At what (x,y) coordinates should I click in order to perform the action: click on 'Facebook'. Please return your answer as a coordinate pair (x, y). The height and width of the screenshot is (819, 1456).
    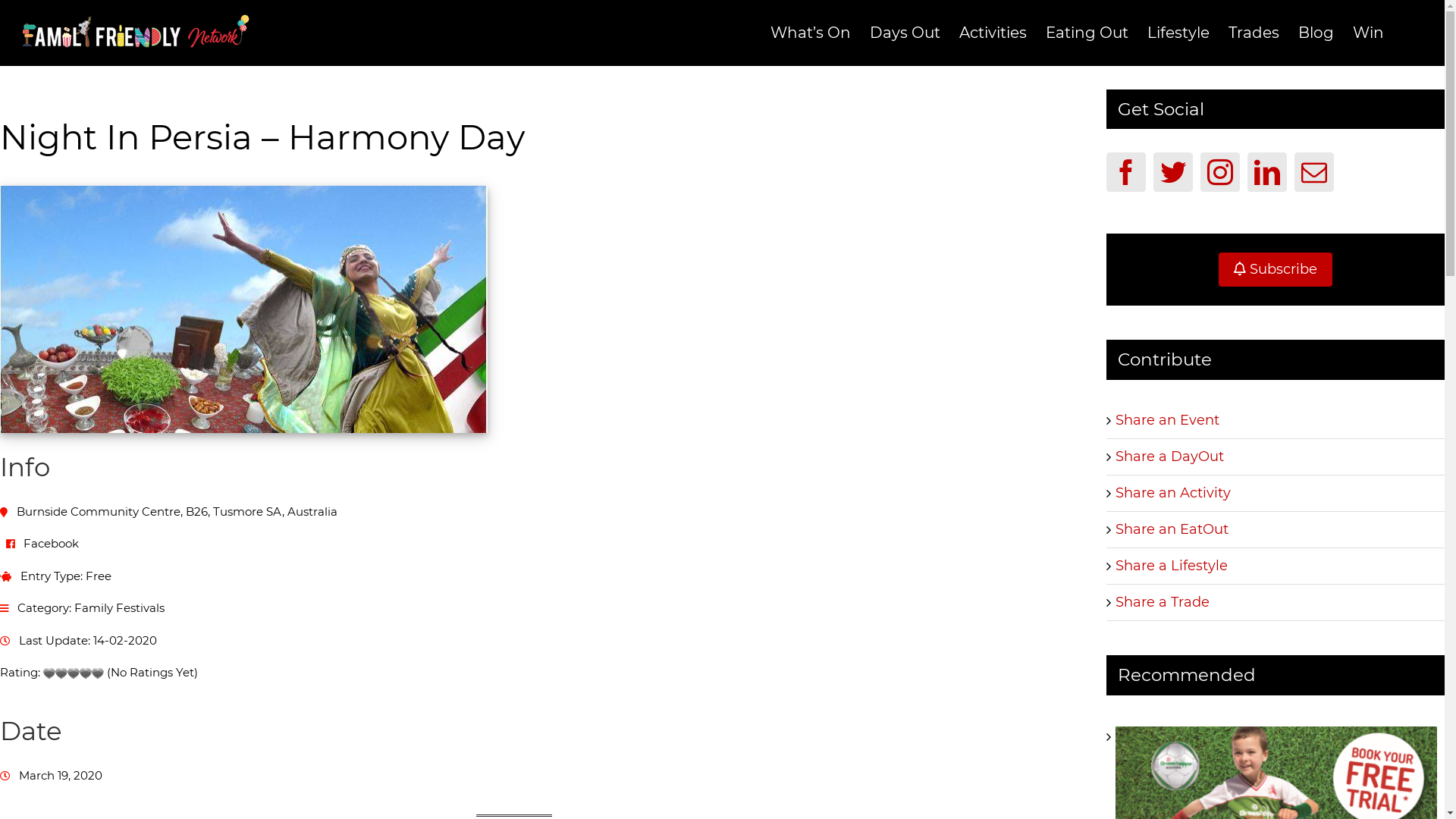
    Looking at the image, I should click on (1125, 171).